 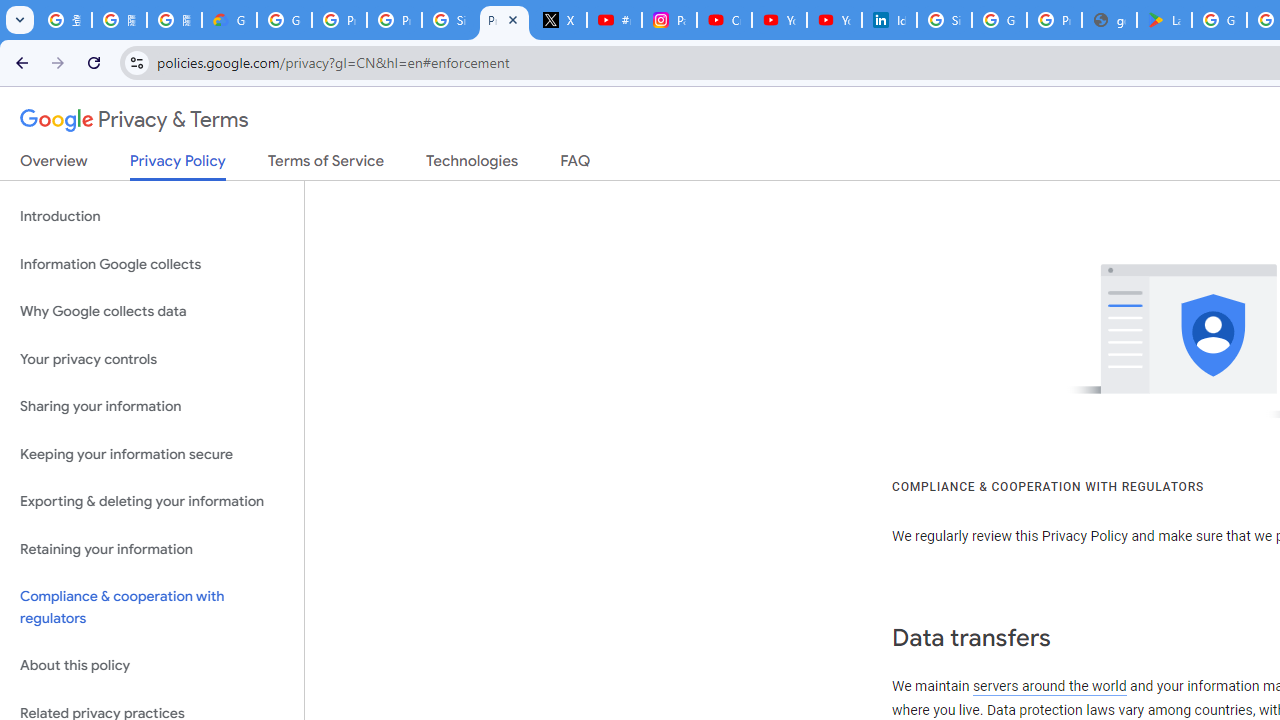 I want to click on '#nbabasketballhighlights - YouTube', so click(x=614, y=20).